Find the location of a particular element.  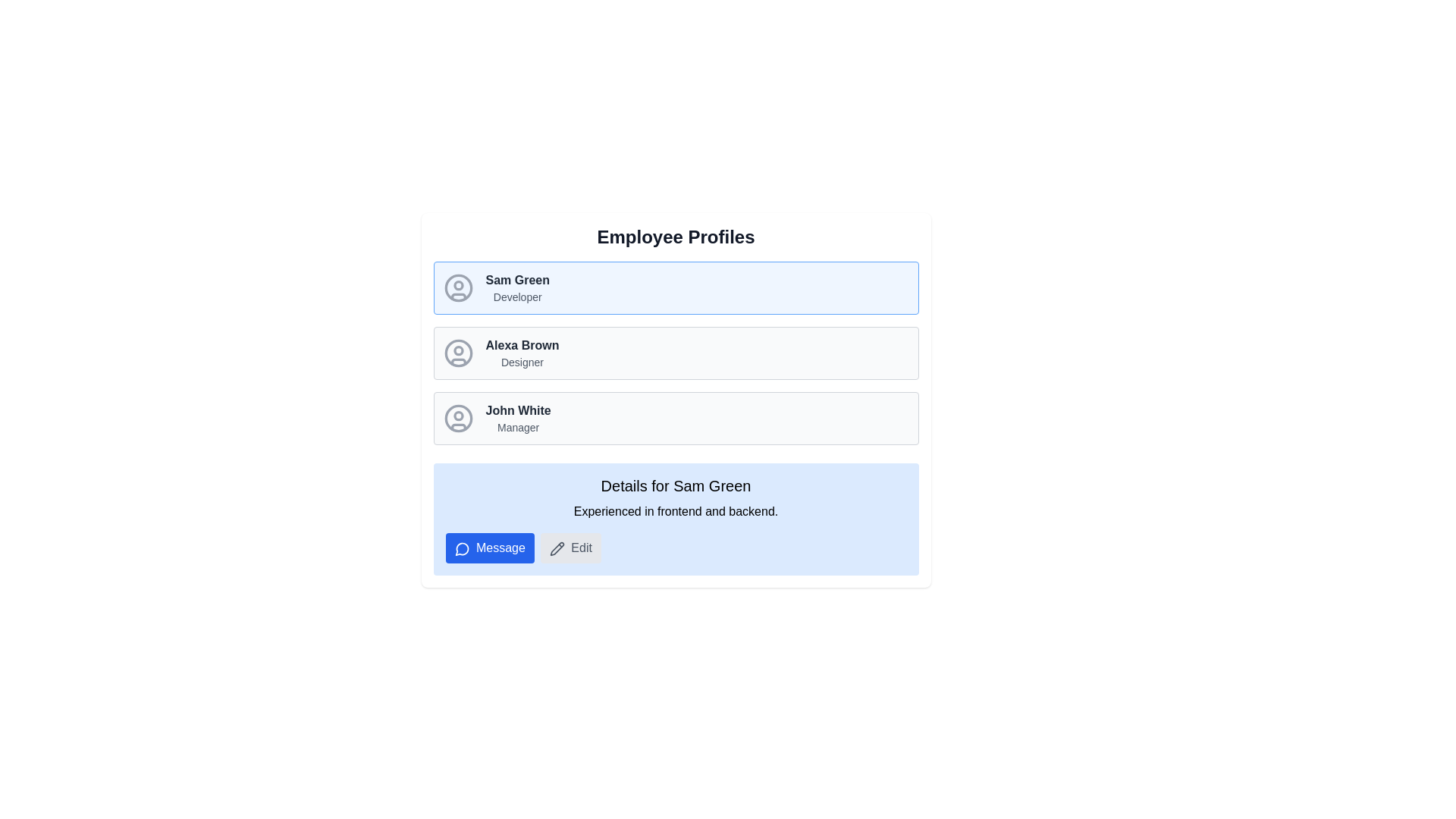

descriptive text displayed as 'Experienced in frontend and backend.' which is styled in plain format and positioned below the title text 'Details for Sam Green' is located at coordinates (675, 512).